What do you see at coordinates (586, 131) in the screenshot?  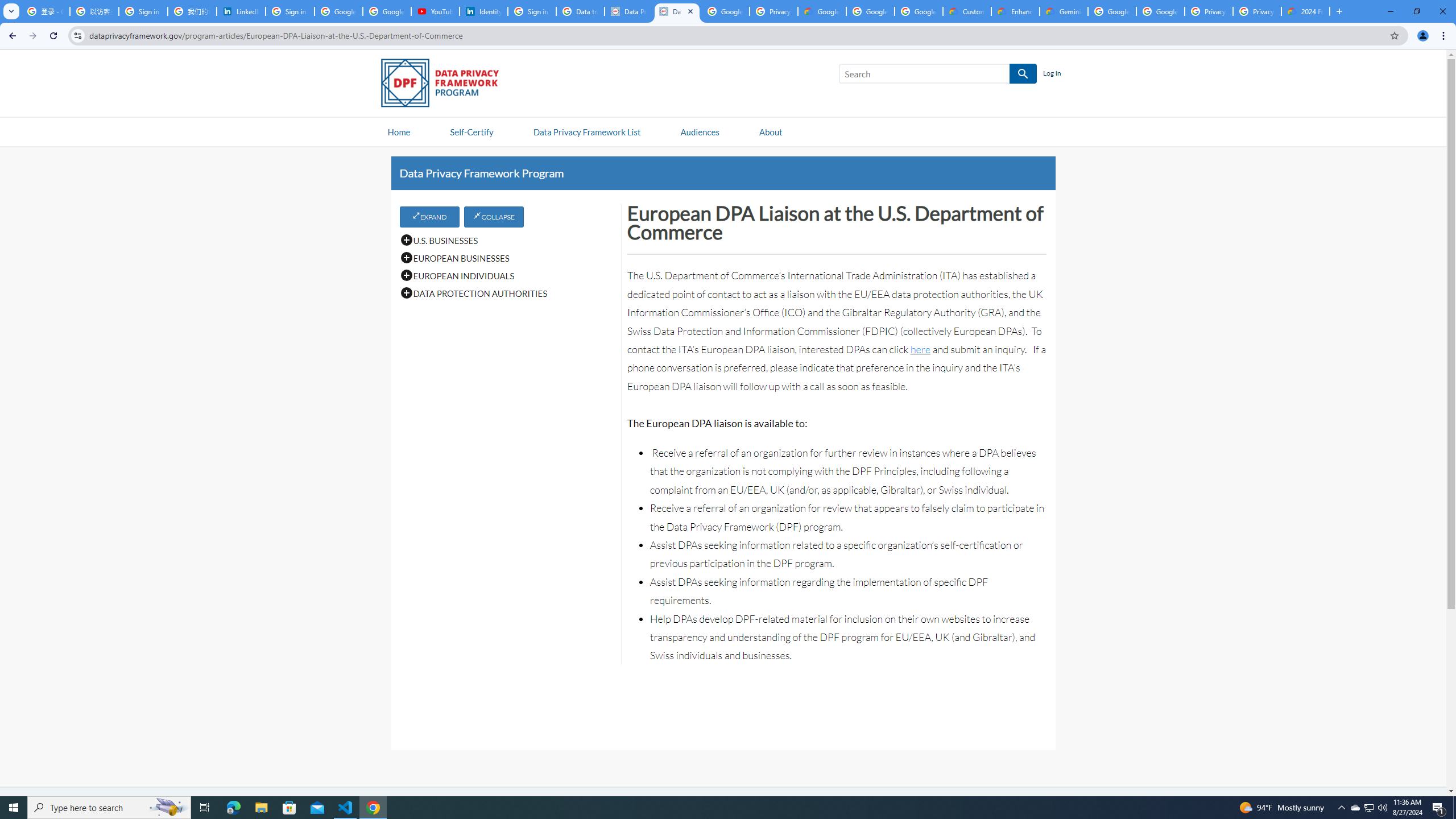 I see `'Data Privacy Framework List'` at bounding box center [586, 131].